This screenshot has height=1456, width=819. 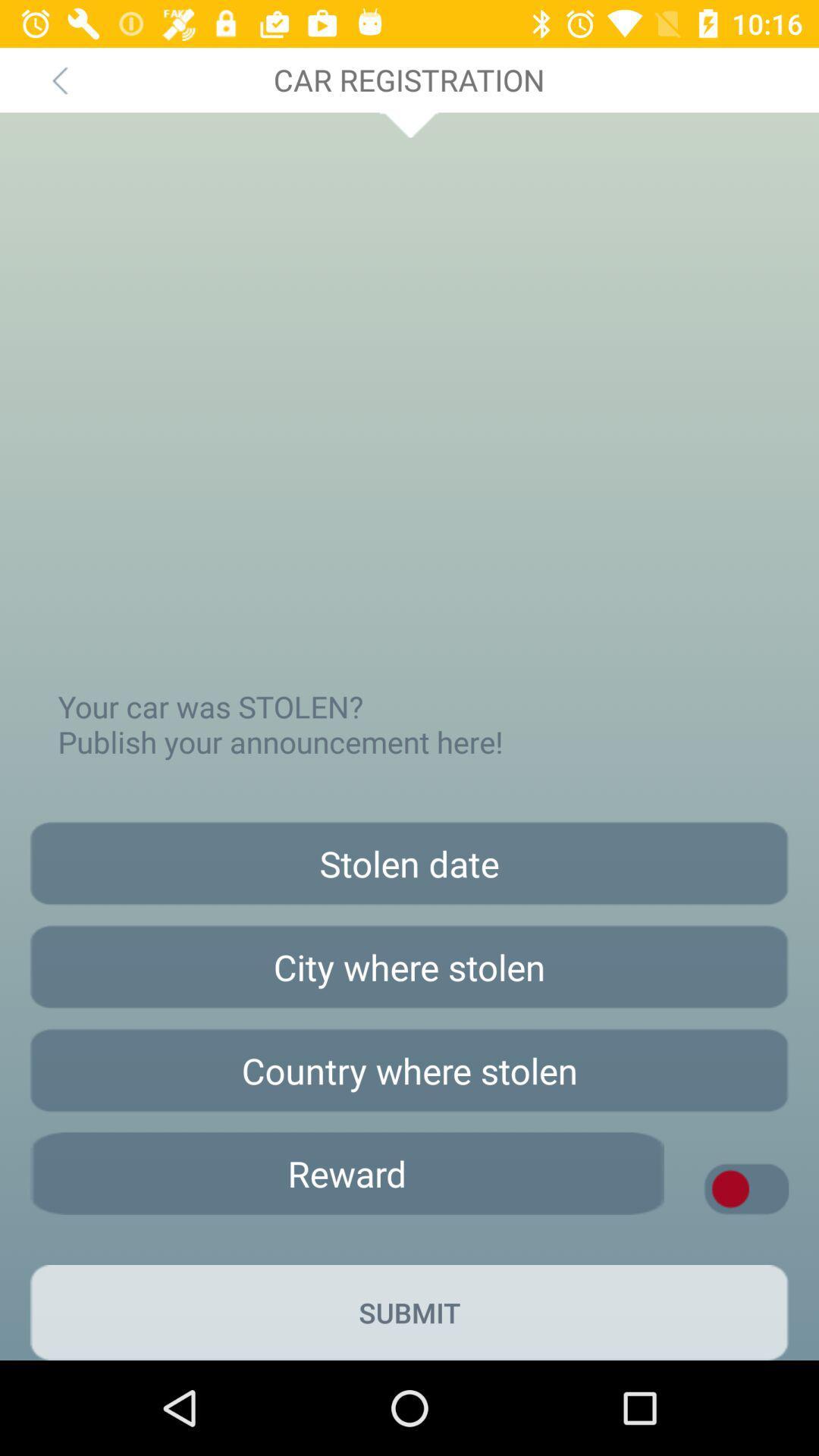 I want to click on the item next to the car registration icon, so click(x=58, y=79).